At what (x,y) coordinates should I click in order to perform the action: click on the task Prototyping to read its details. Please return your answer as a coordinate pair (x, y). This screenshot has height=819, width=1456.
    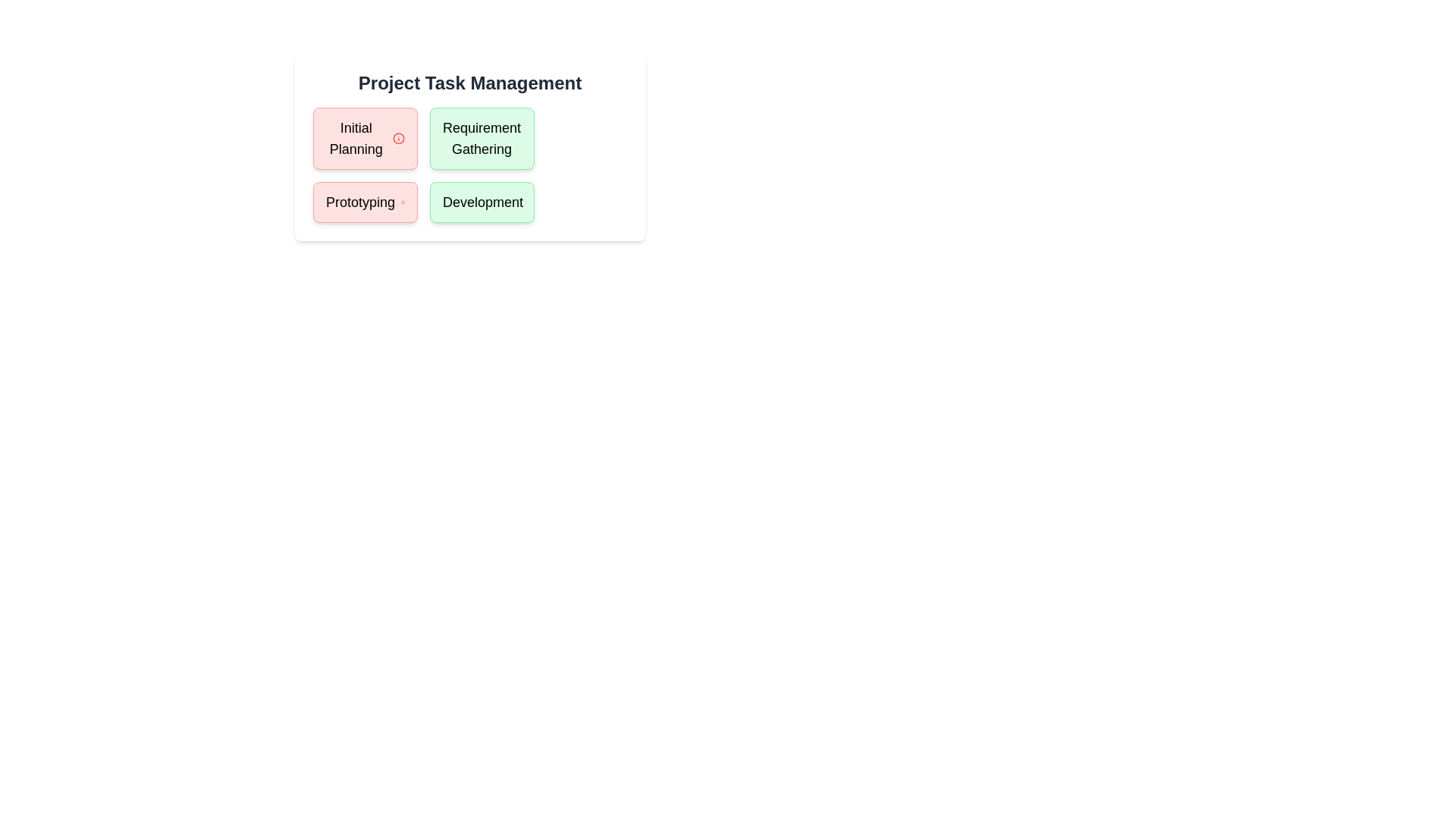
    Looking at the image, I should click on (365, 201).